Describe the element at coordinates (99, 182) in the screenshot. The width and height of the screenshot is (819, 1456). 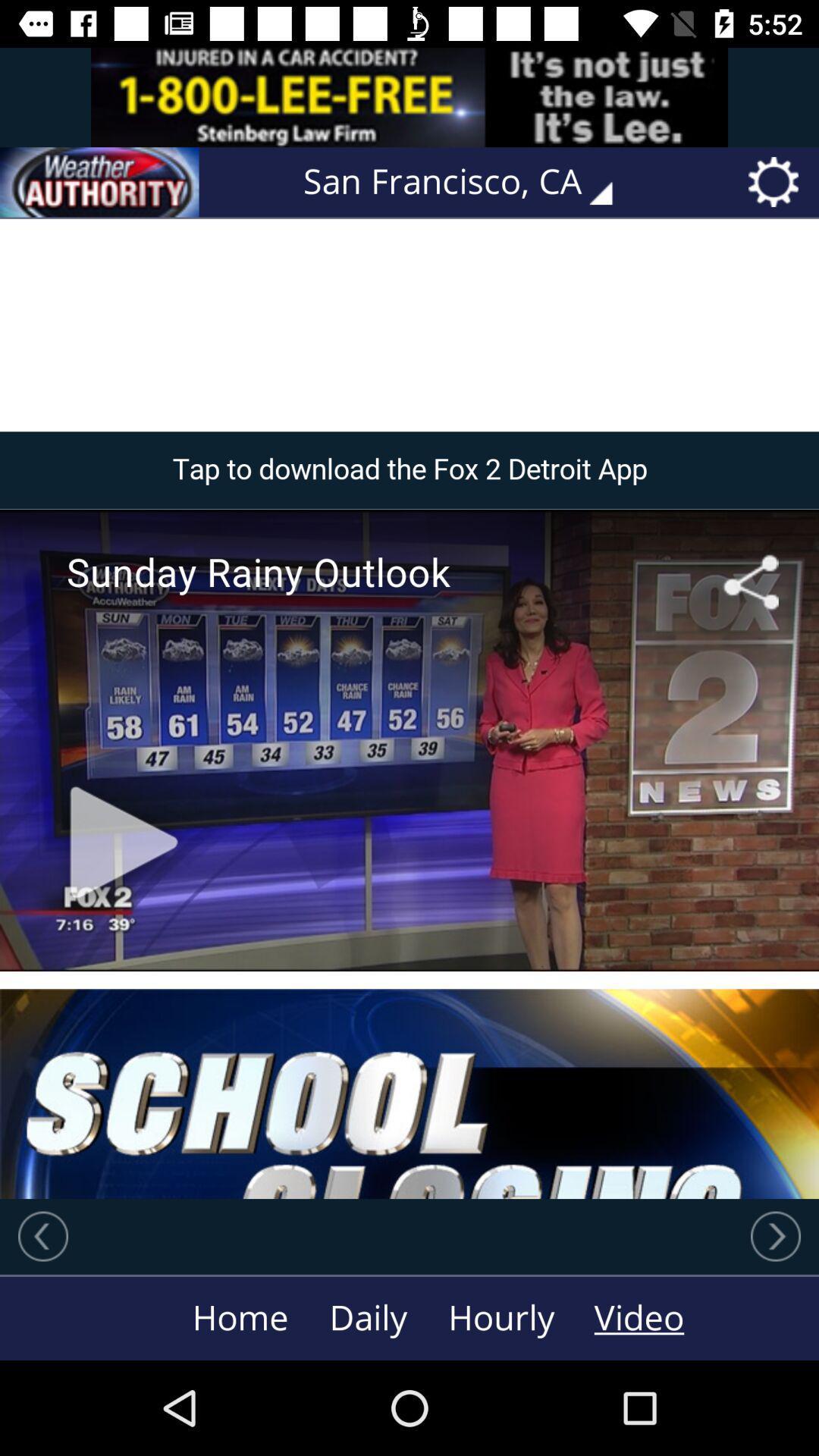
I see `weather authority` at that location.